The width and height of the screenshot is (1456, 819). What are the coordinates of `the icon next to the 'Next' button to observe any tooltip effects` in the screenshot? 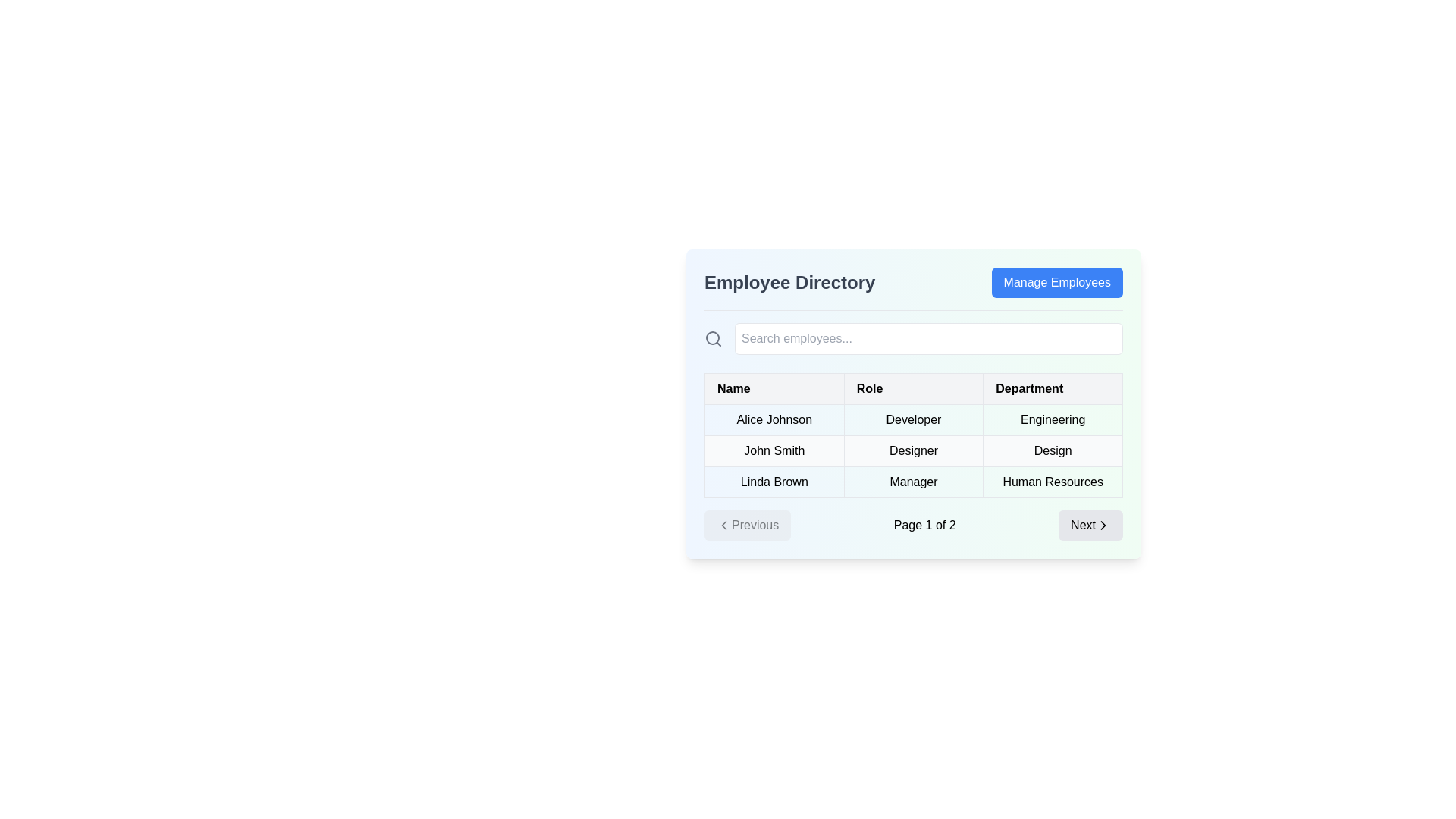 It's located at (1103, 525).